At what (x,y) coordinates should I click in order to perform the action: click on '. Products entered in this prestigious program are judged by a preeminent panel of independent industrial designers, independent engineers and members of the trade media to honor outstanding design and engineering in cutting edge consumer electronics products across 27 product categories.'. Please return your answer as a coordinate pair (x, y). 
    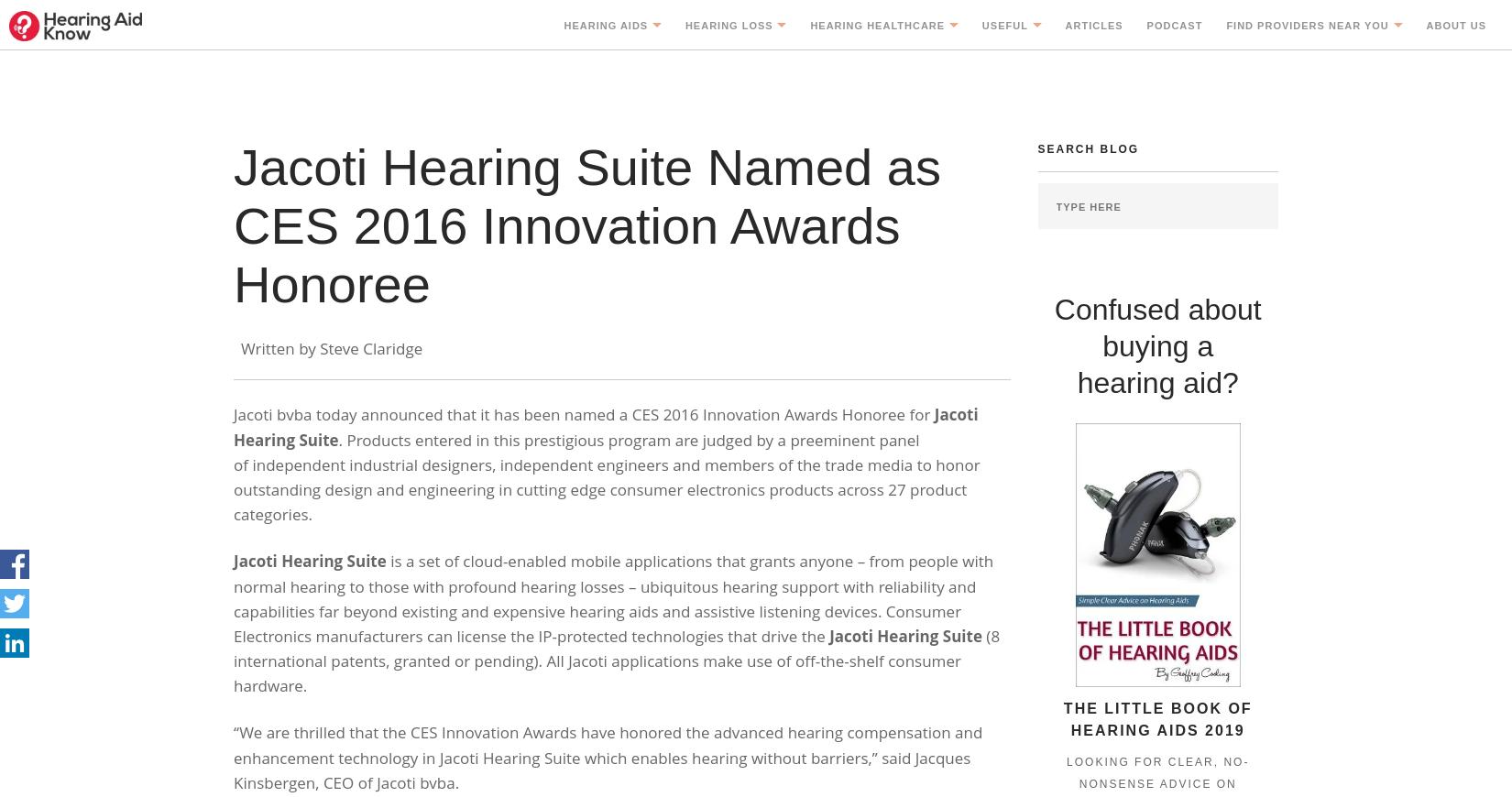
    Looking at the image, I should click on (605, 475).